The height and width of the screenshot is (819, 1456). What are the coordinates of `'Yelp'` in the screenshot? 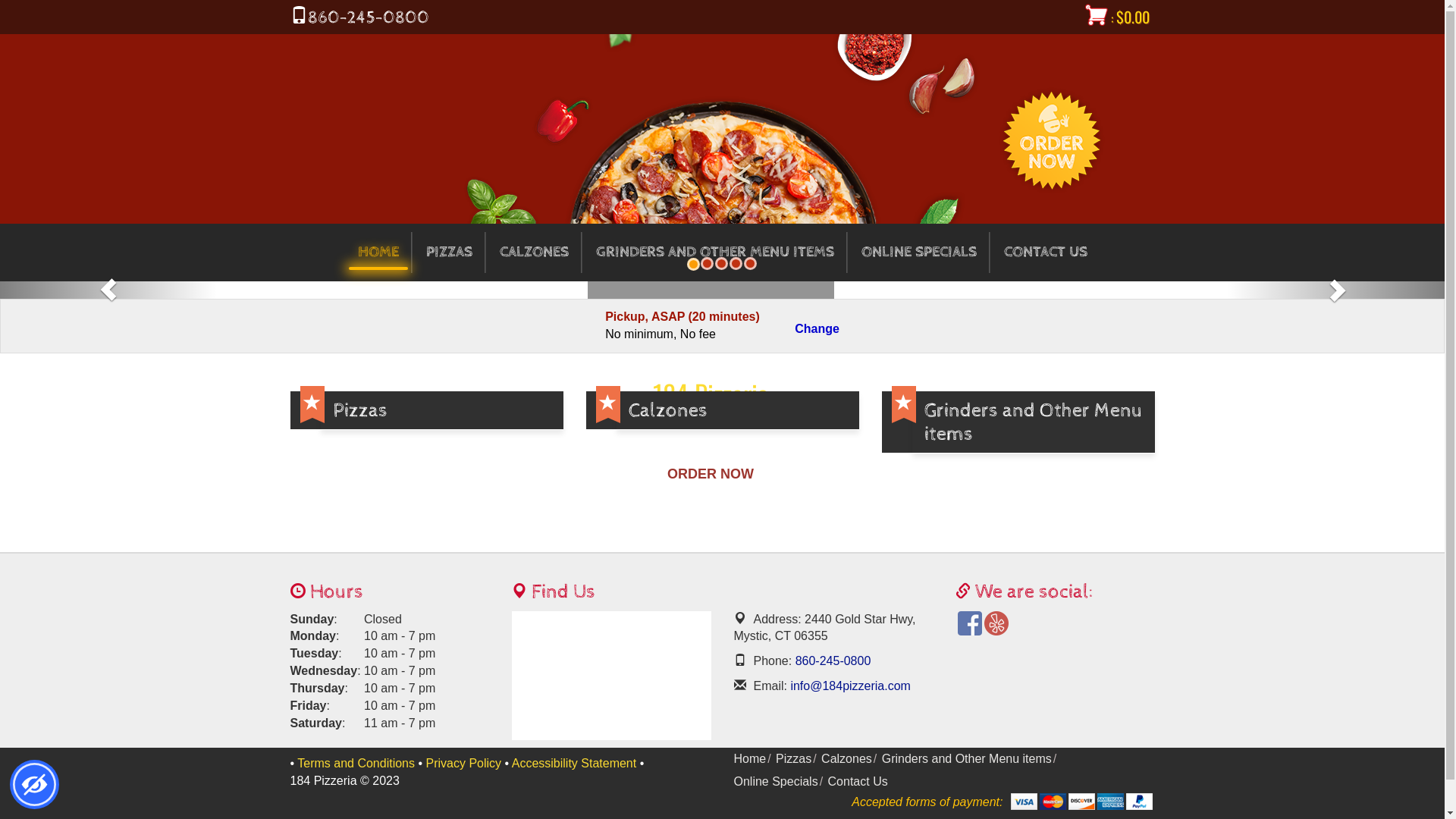 It's located at (996, 623).